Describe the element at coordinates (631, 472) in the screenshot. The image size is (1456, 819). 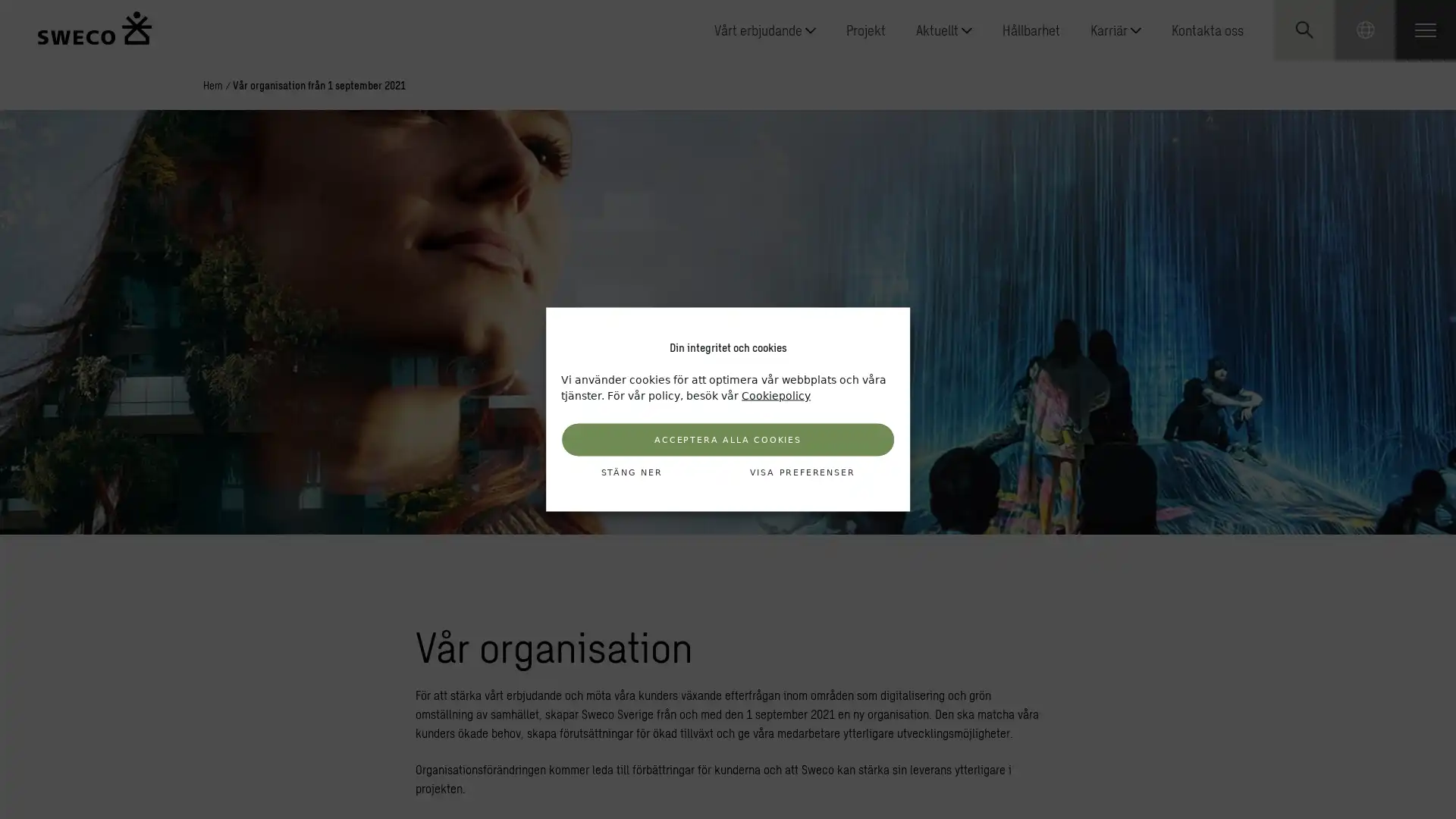
I see `STANG NER` at that location.